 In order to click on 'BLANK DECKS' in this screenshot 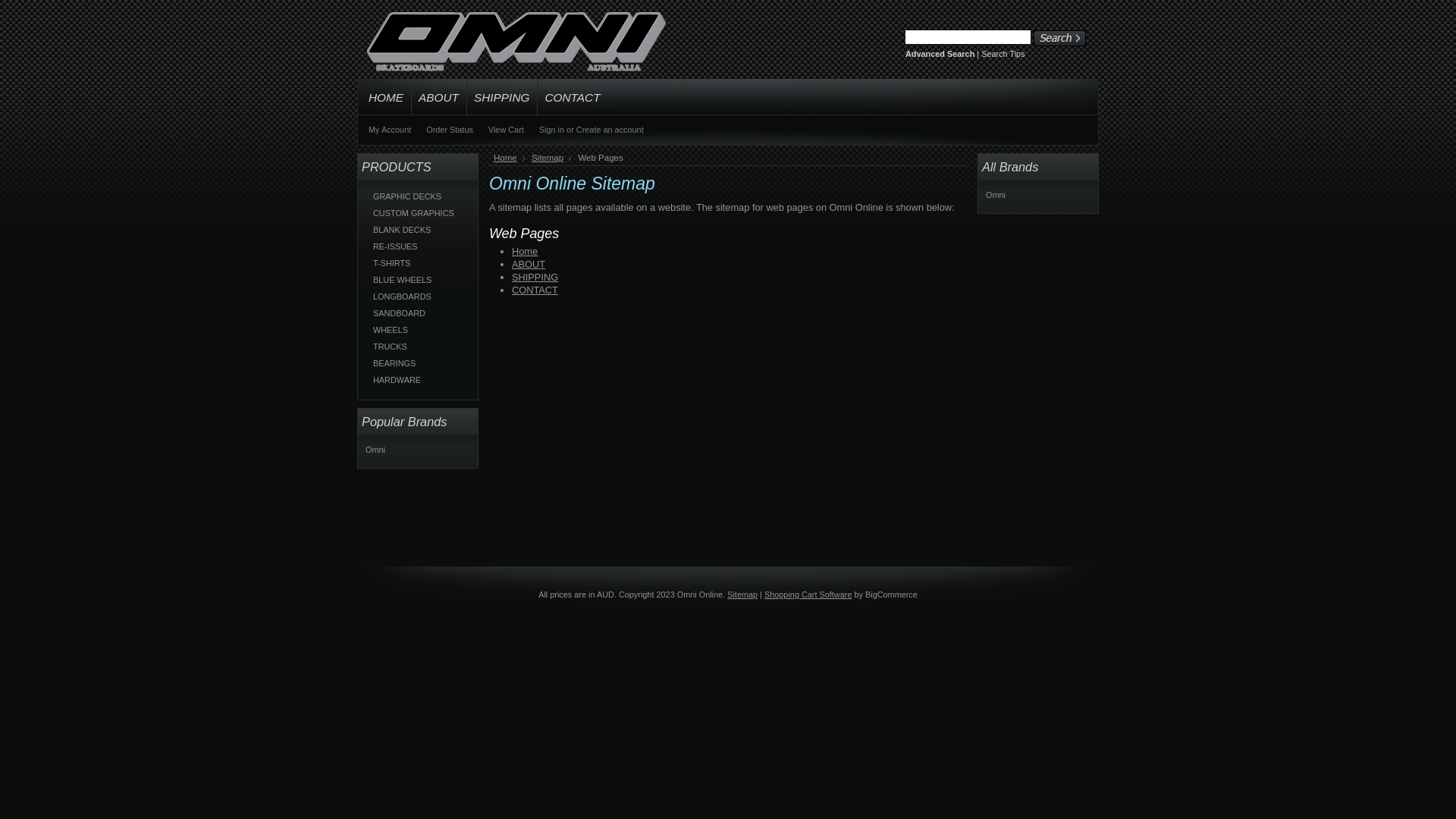, I will do `click(419, 230)`.